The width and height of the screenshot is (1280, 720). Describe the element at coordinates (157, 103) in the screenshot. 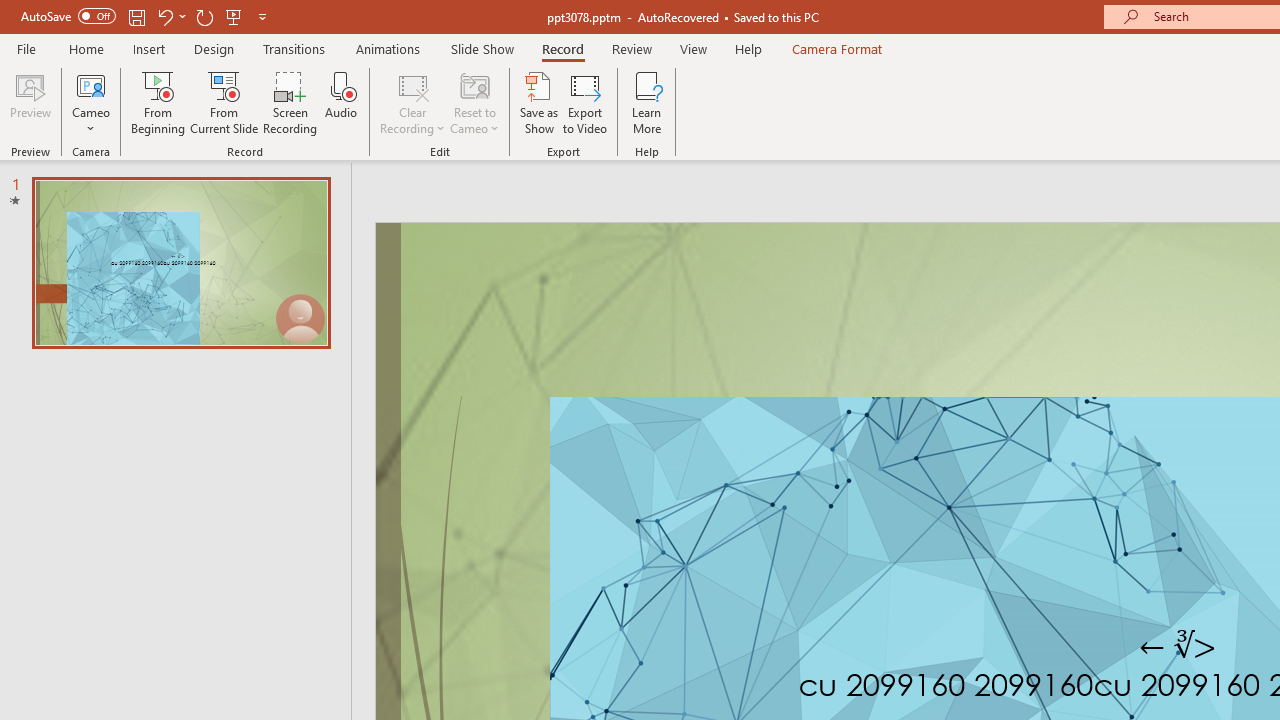

I see `'From Beginning...'` at that location.